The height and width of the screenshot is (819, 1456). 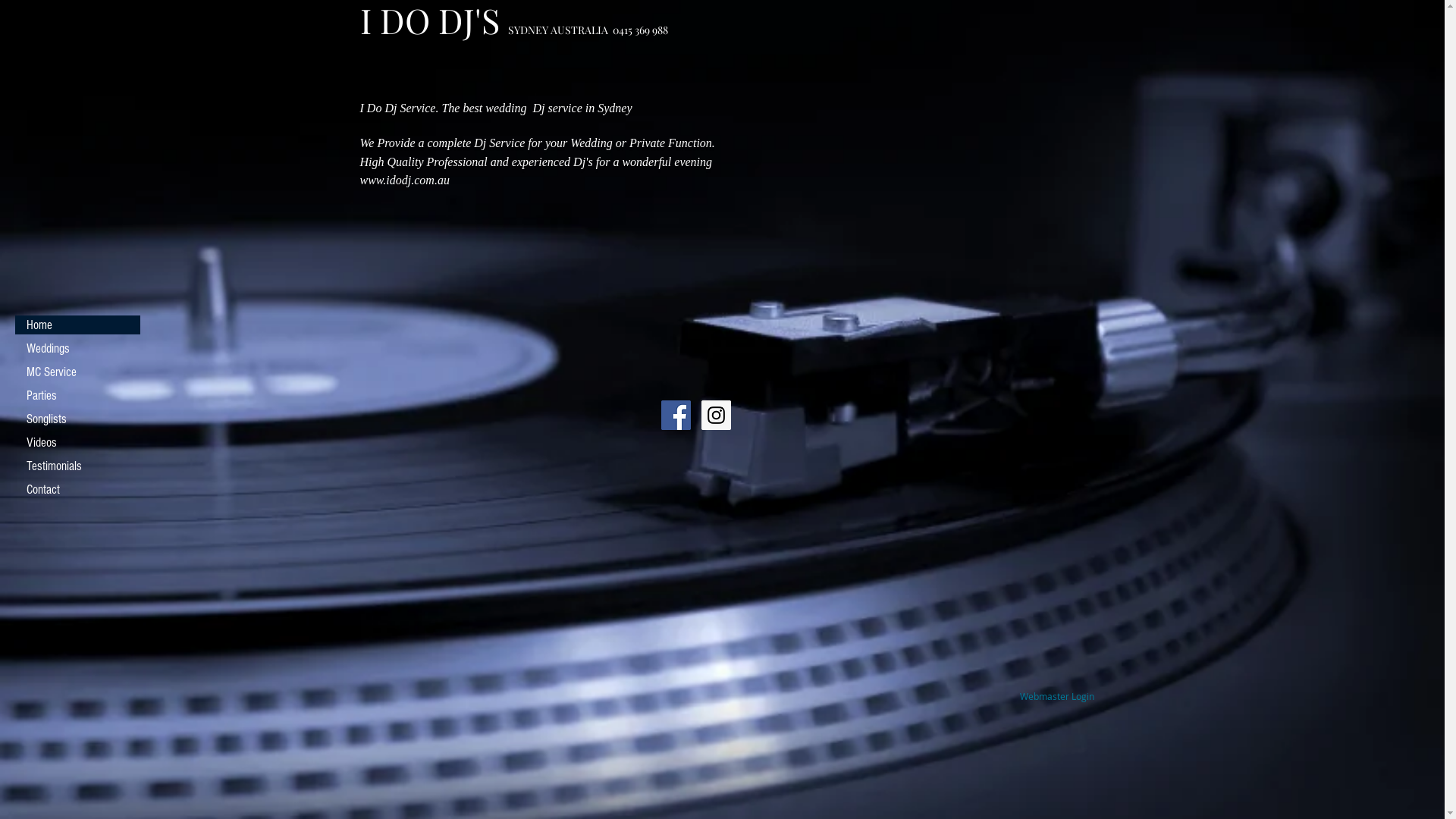 I want to click on 'Home', so click(x=77, y=324).